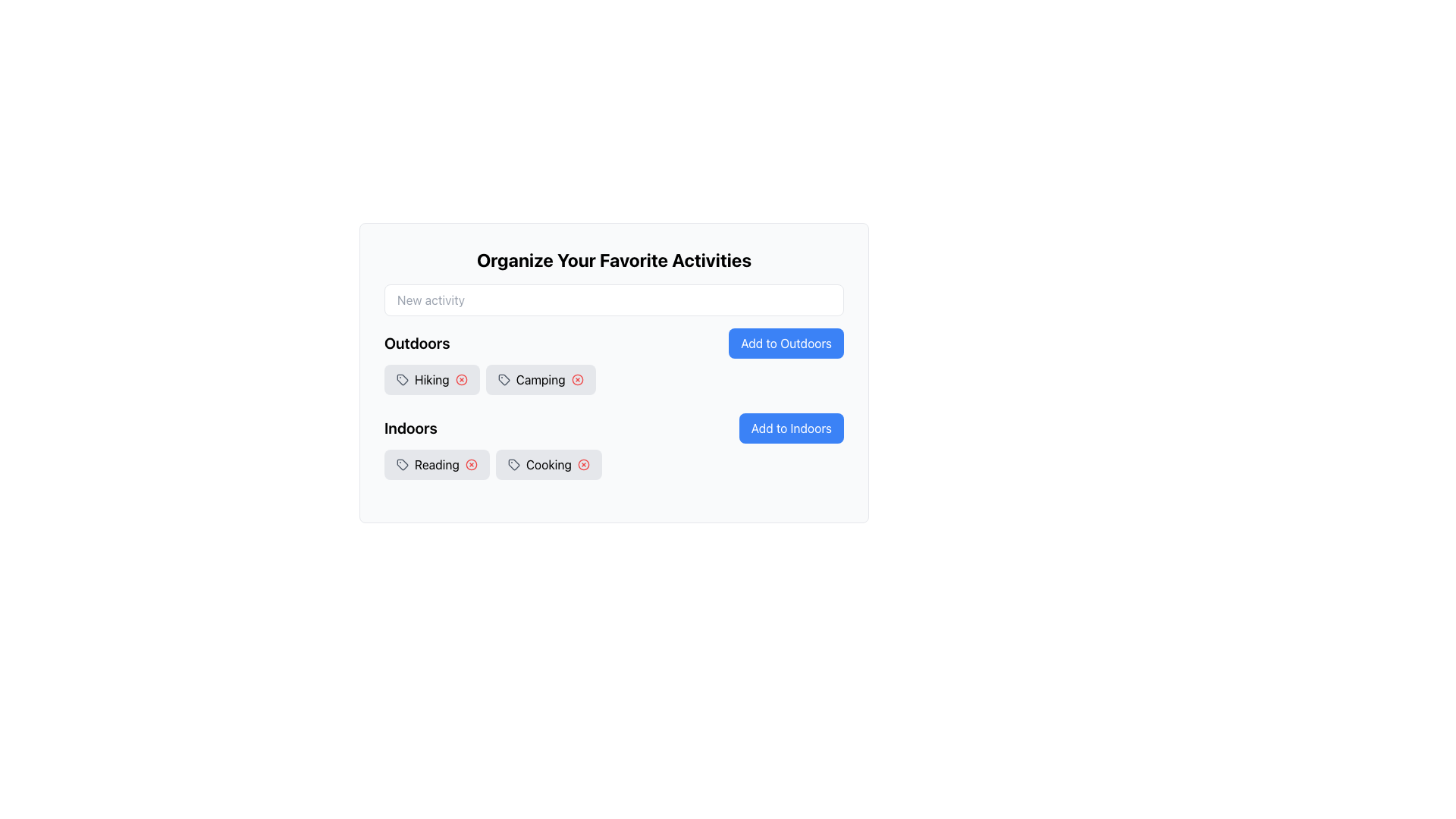 This screenshot has height=819, width=1456. I want to click on the label that serves as a title for the section related to 'Outdoors', positioned above the tags 'Hiking' and 'Camping', so click(417, 343).